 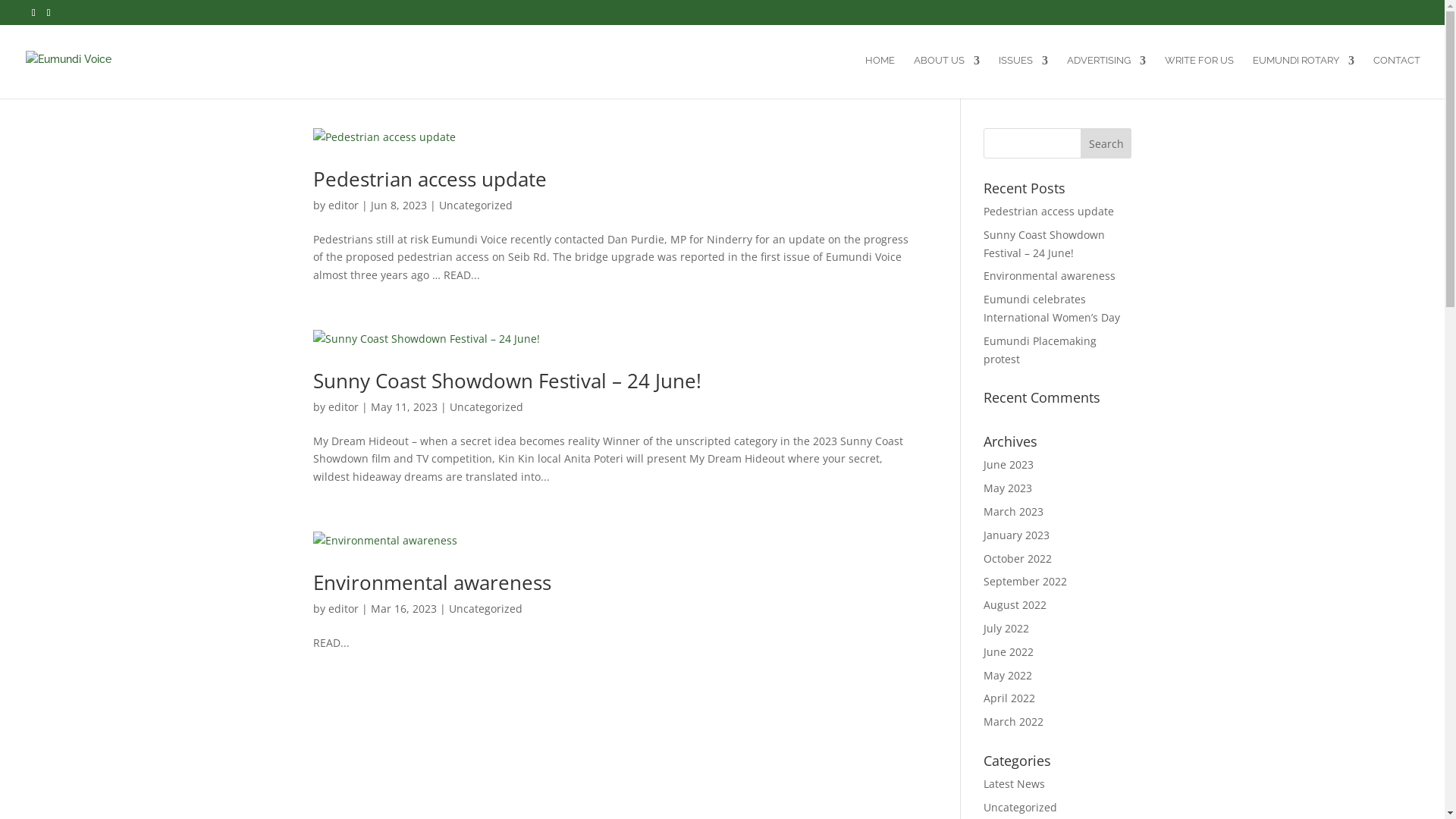 What do you see at coordinates (1106, 77) in the screenshot?
I see `'ADVERTISING'` at bounding box center [1106, 77].